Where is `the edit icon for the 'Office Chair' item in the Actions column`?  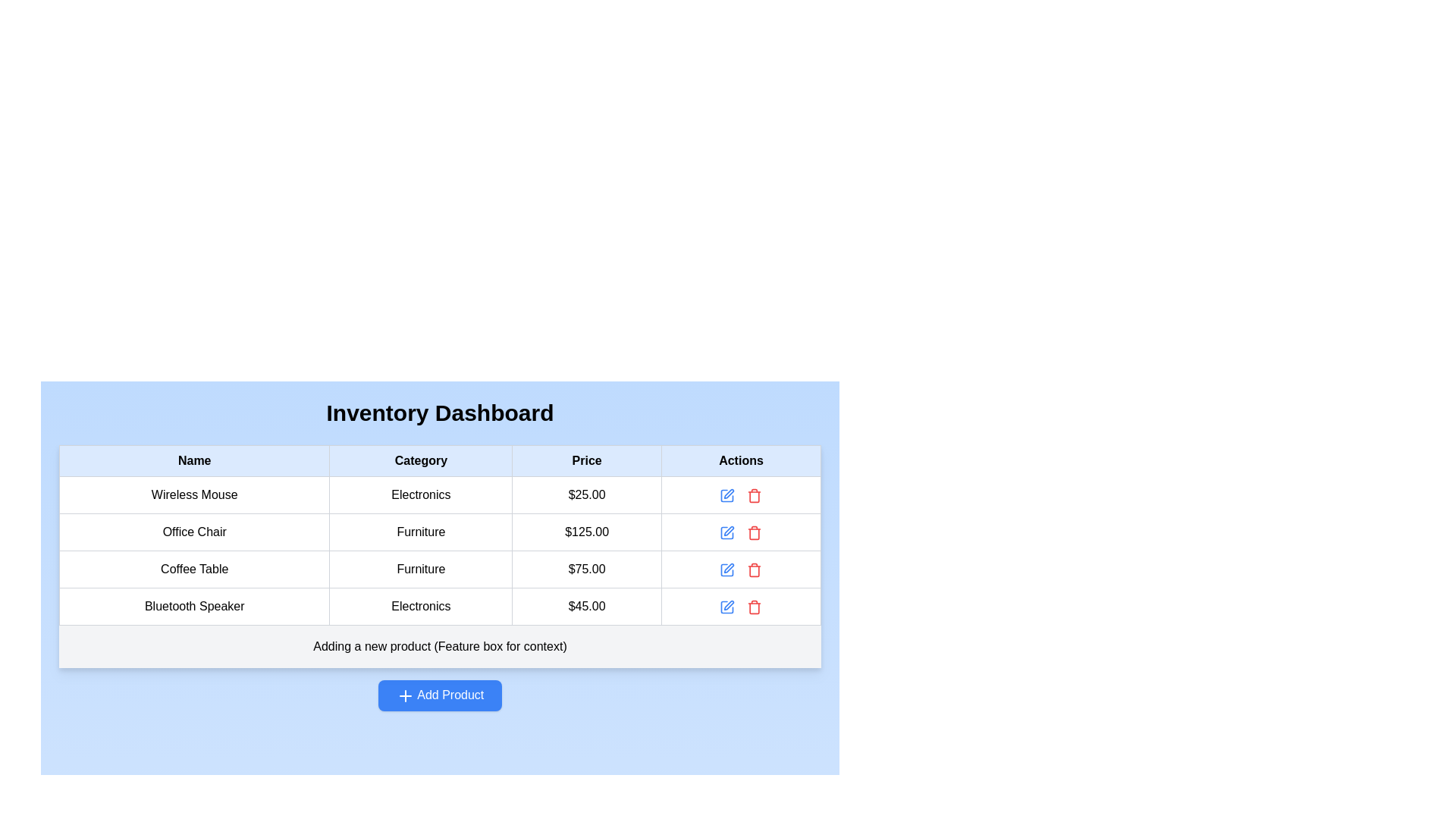
the edit icon for the 'Office Chair' item in the Actions column is located at coordinates (729, 530).